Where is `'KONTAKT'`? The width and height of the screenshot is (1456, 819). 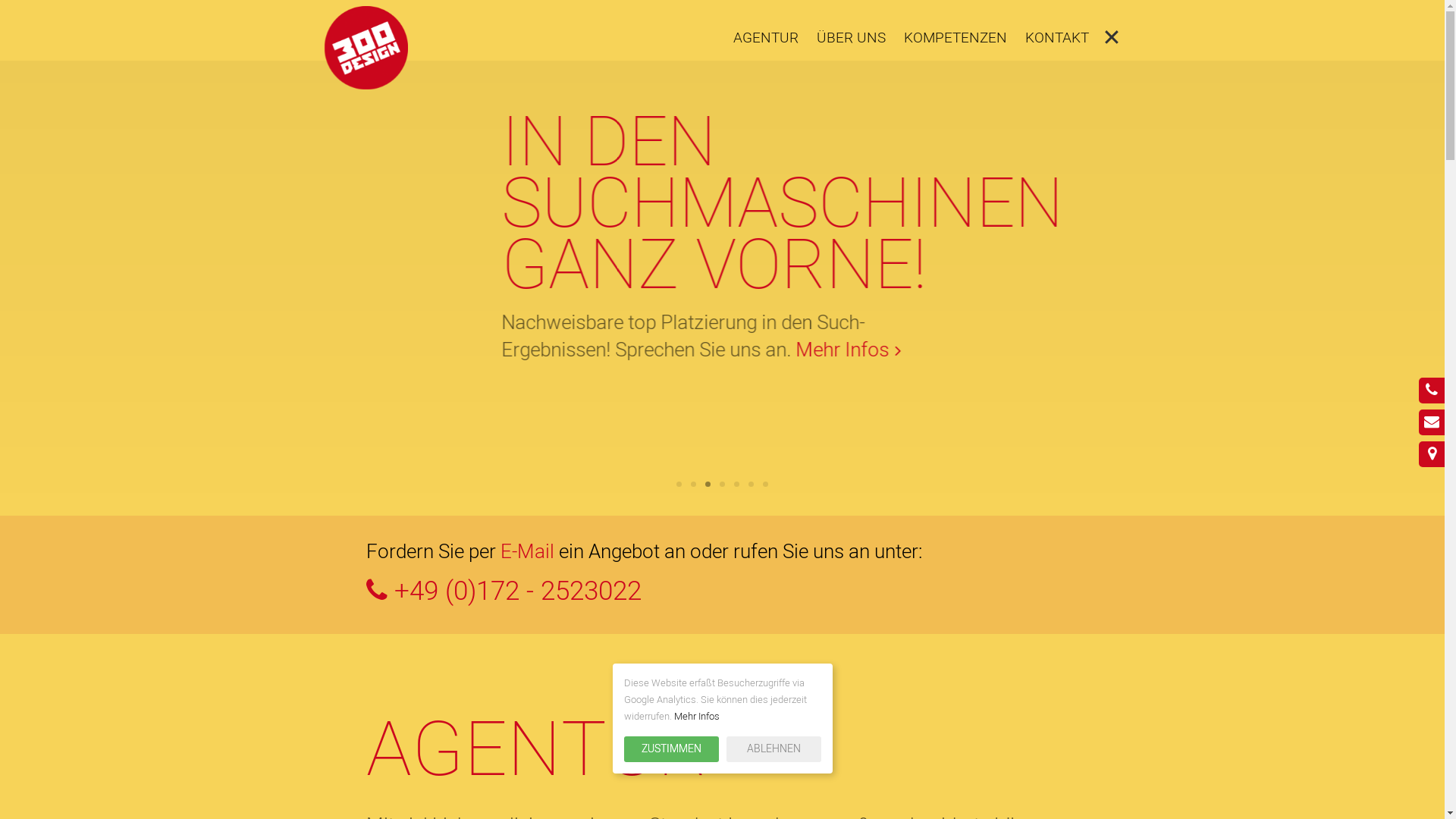 'KONTAKT' is located at coordinates (1056, 37).